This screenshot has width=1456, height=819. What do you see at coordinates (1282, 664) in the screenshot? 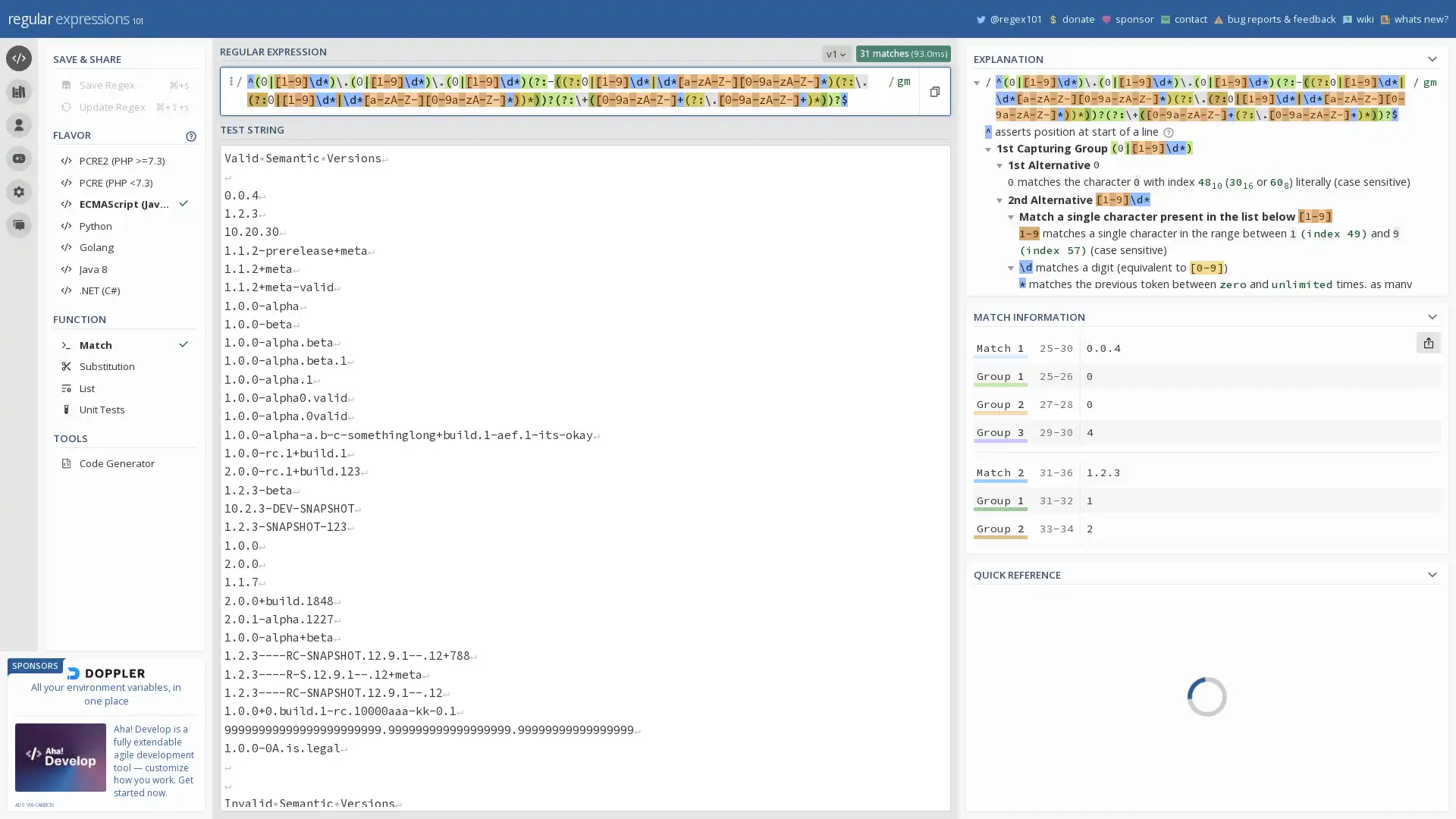
I see `A character not in the range: a-z [^a-z]` at bounding box center [1282, 664].